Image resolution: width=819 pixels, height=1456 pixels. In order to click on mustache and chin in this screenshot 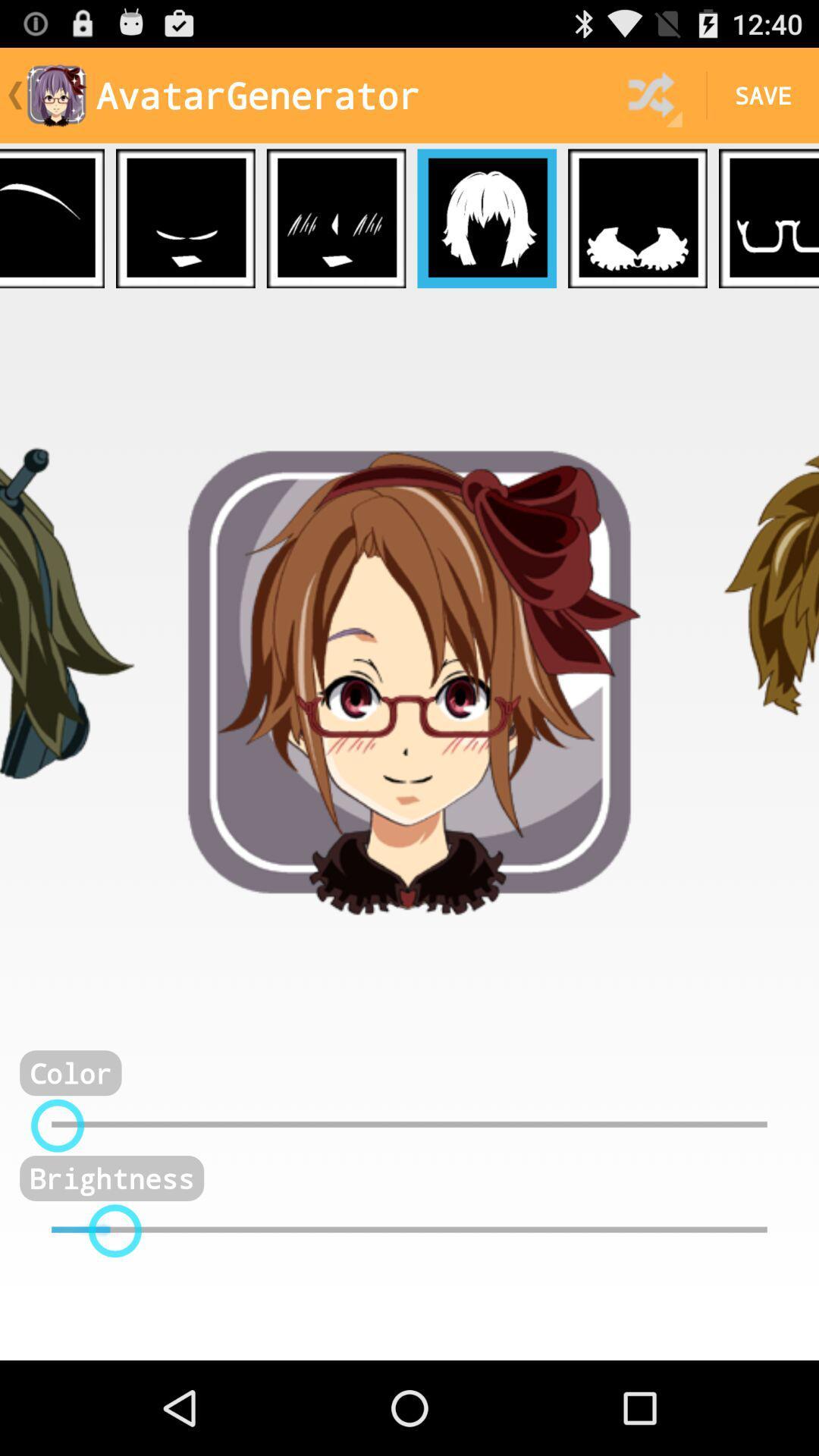, I will do `click(184, 218)`.